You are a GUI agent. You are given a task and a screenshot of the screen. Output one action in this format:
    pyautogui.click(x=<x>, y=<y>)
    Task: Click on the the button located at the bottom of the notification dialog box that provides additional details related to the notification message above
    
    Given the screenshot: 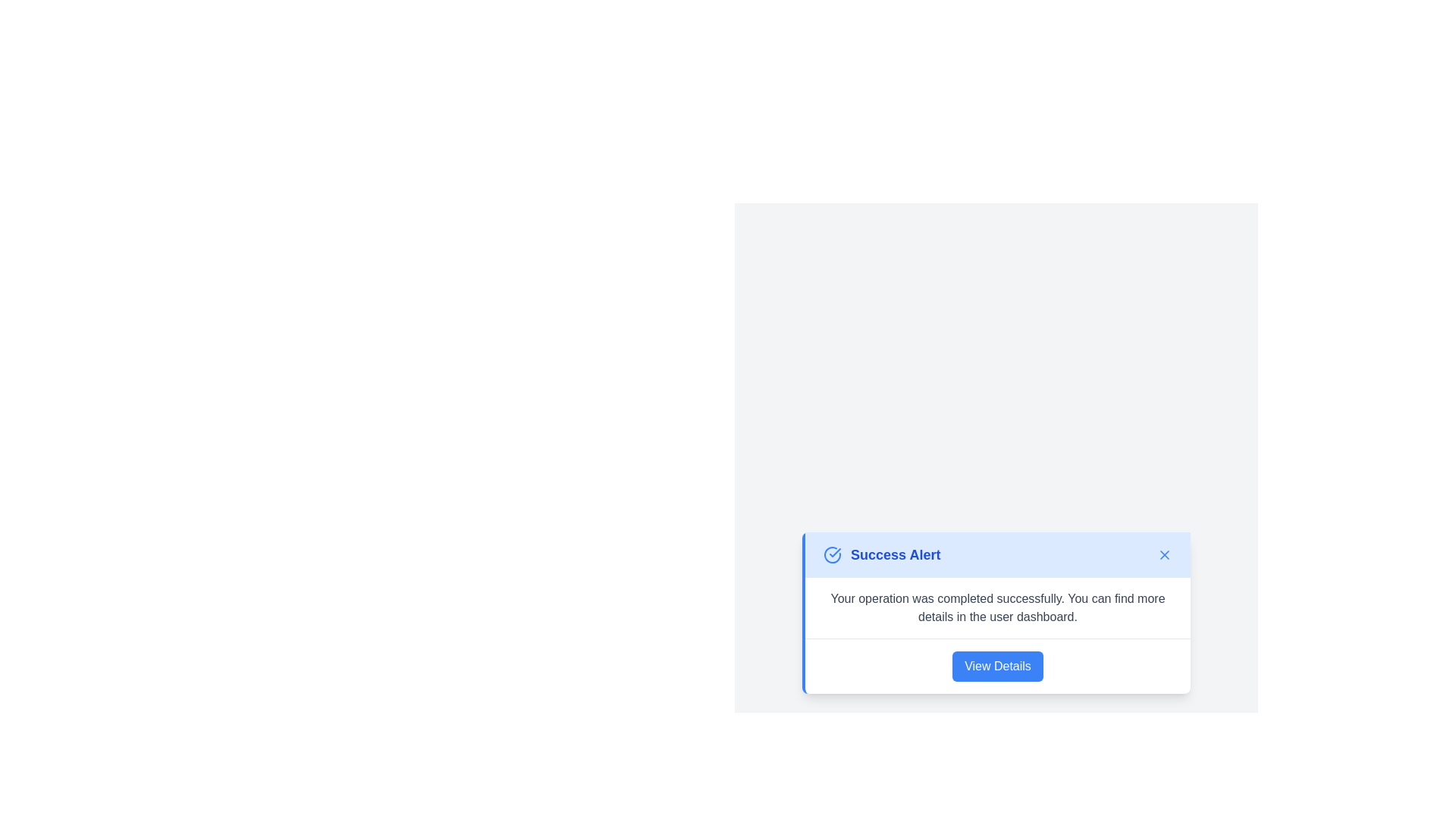 What is the action you would take?
    pyautogui.click(x=997, y=665)
    